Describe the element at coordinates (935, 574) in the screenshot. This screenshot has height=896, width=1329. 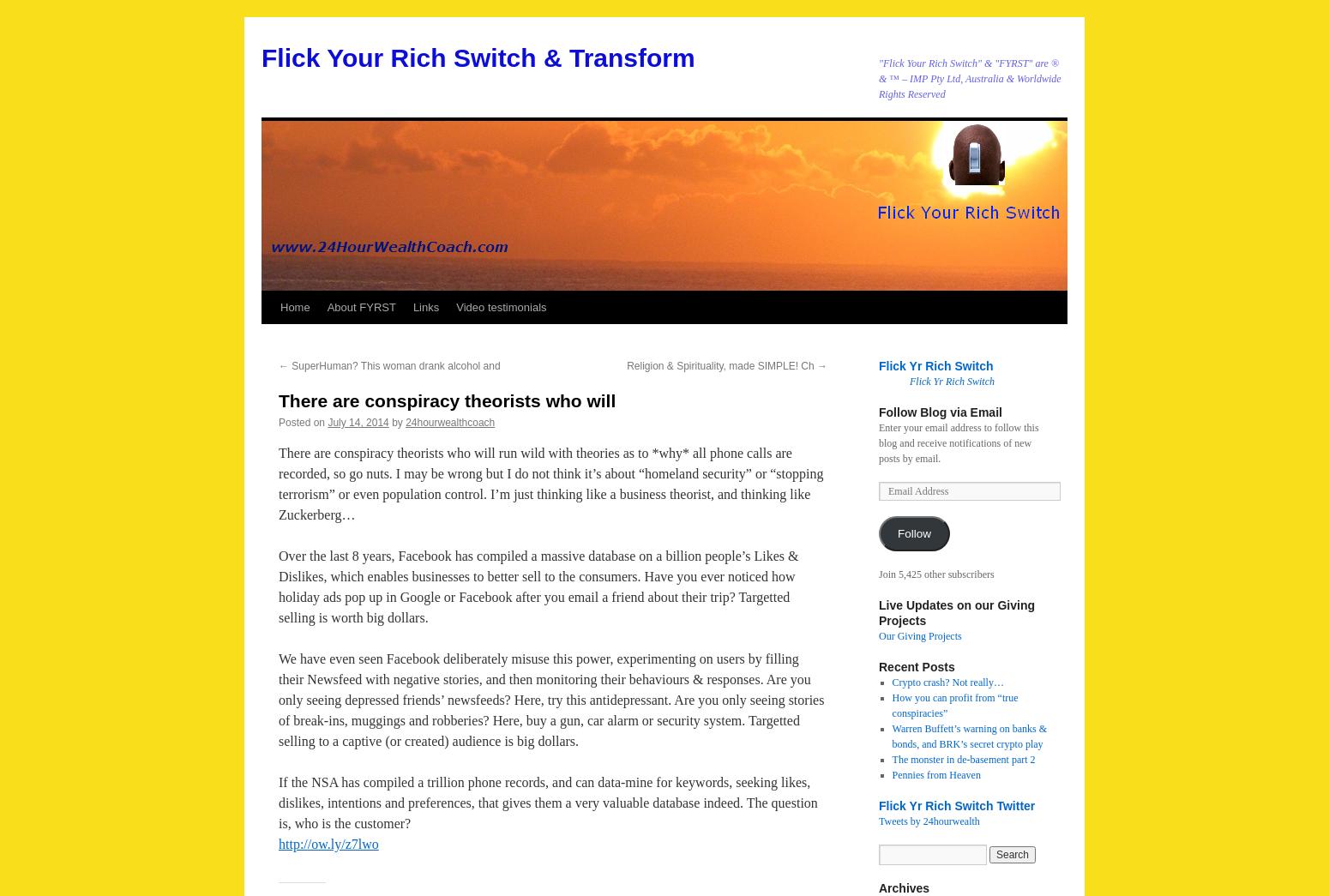
I see `'Join 5,425 other subscribers'` at that location.